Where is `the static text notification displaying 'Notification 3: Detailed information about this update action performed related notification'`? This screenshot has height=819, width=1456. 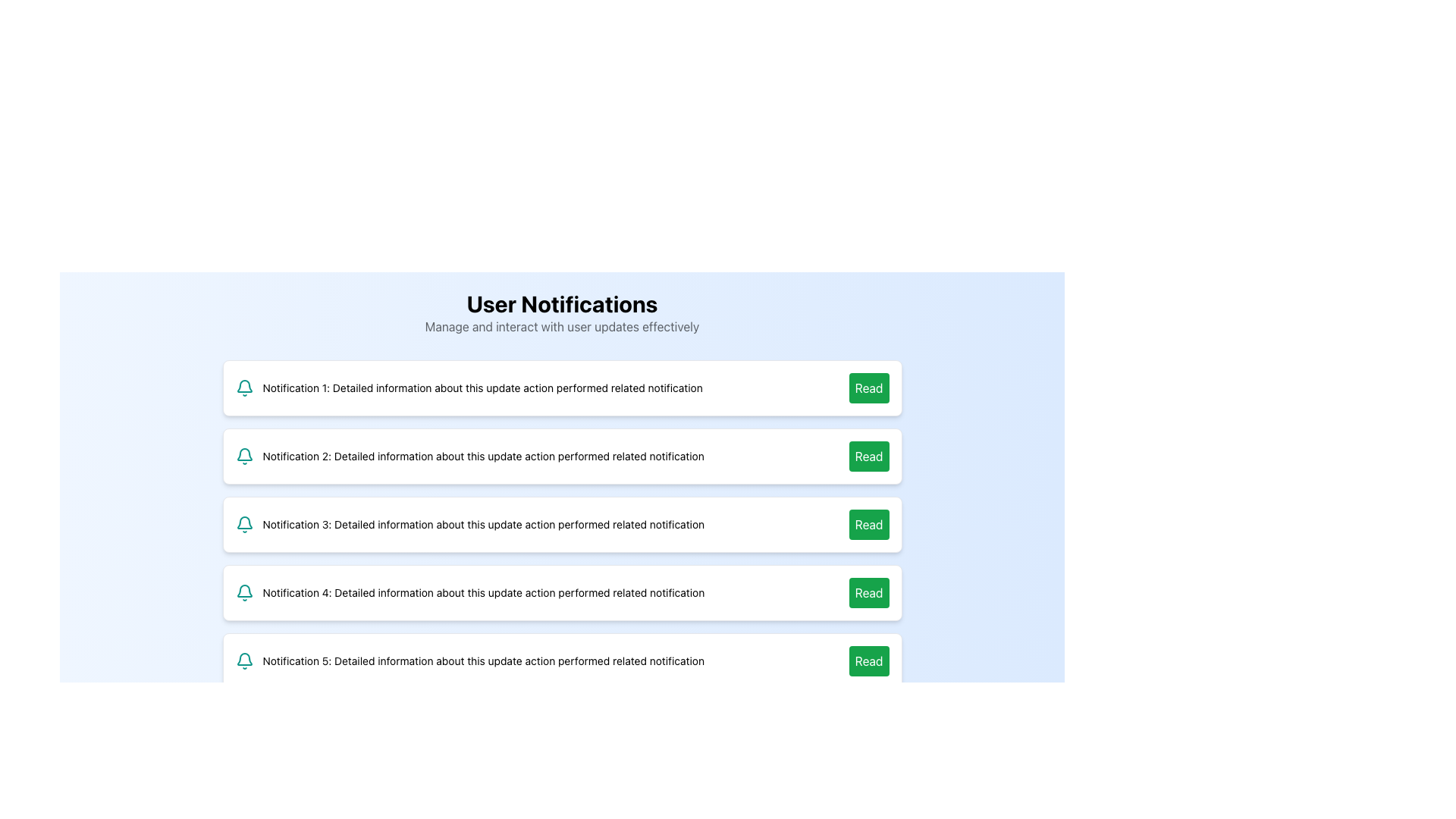
the static text notification displaying 'Notification 3: Detailed information about this update action performed related notification' is located at coordinates (482, 523).